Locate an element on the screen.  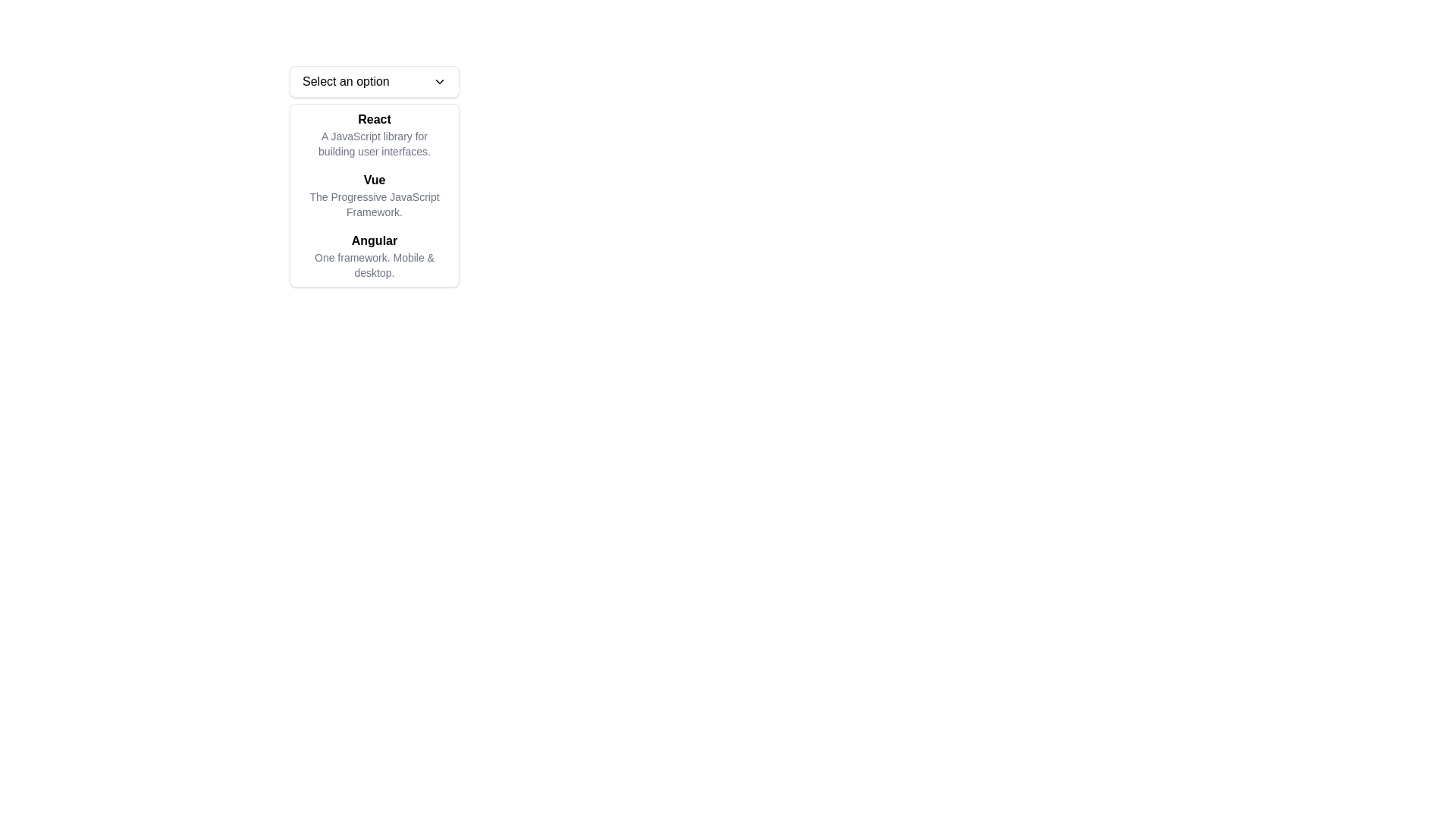
the chevron icon that toggles the visibility of the dropdown menu, located to the right of the 'Select an option' label is located at coordinates (439, 82).